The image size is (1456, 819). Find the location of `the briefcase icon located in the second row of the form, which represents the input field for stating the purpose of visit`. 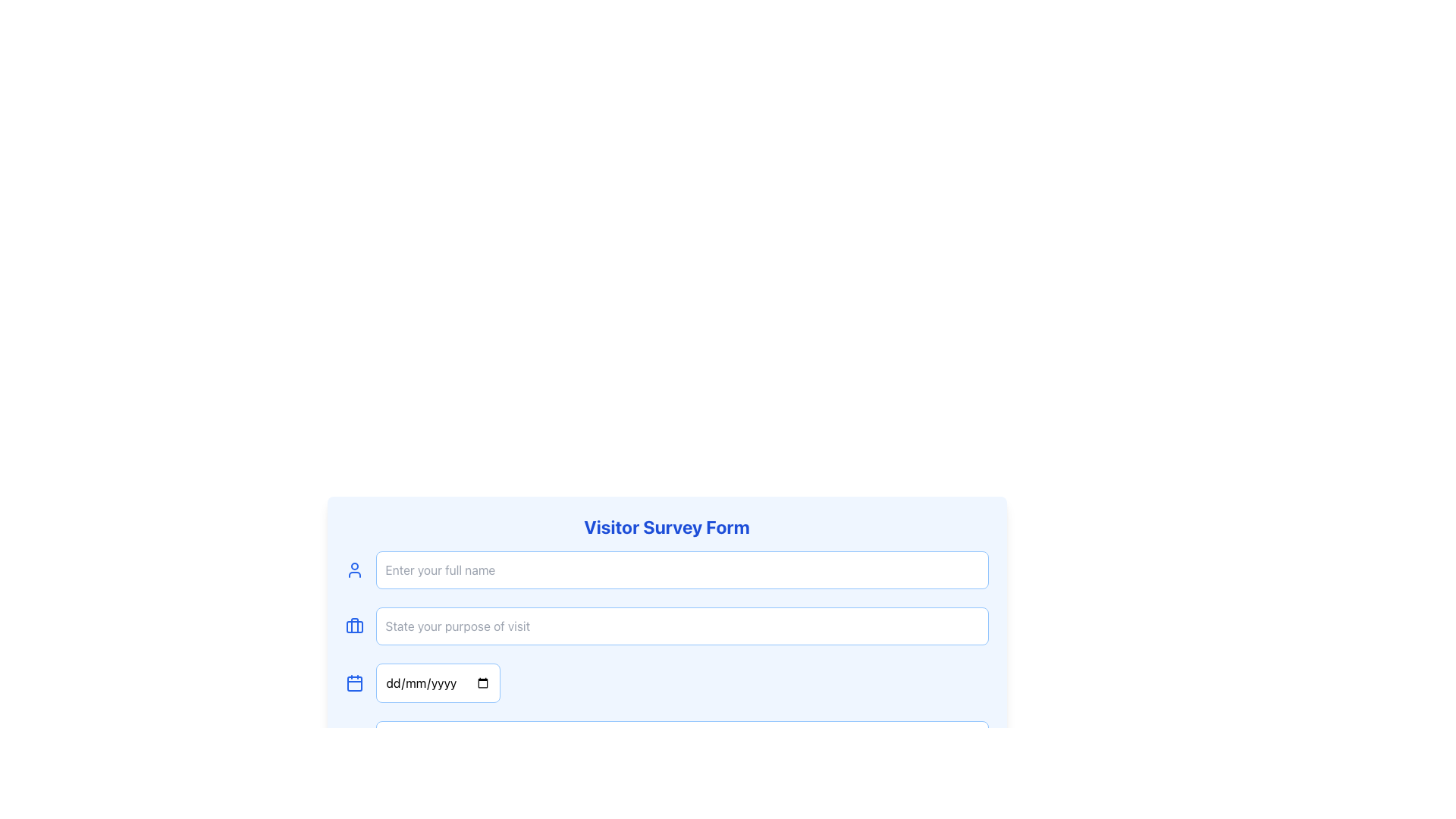

the briefcase icon located in the second row of the form, which represents the input field for stating the purpose of visit is located at coordinates (353, 626).